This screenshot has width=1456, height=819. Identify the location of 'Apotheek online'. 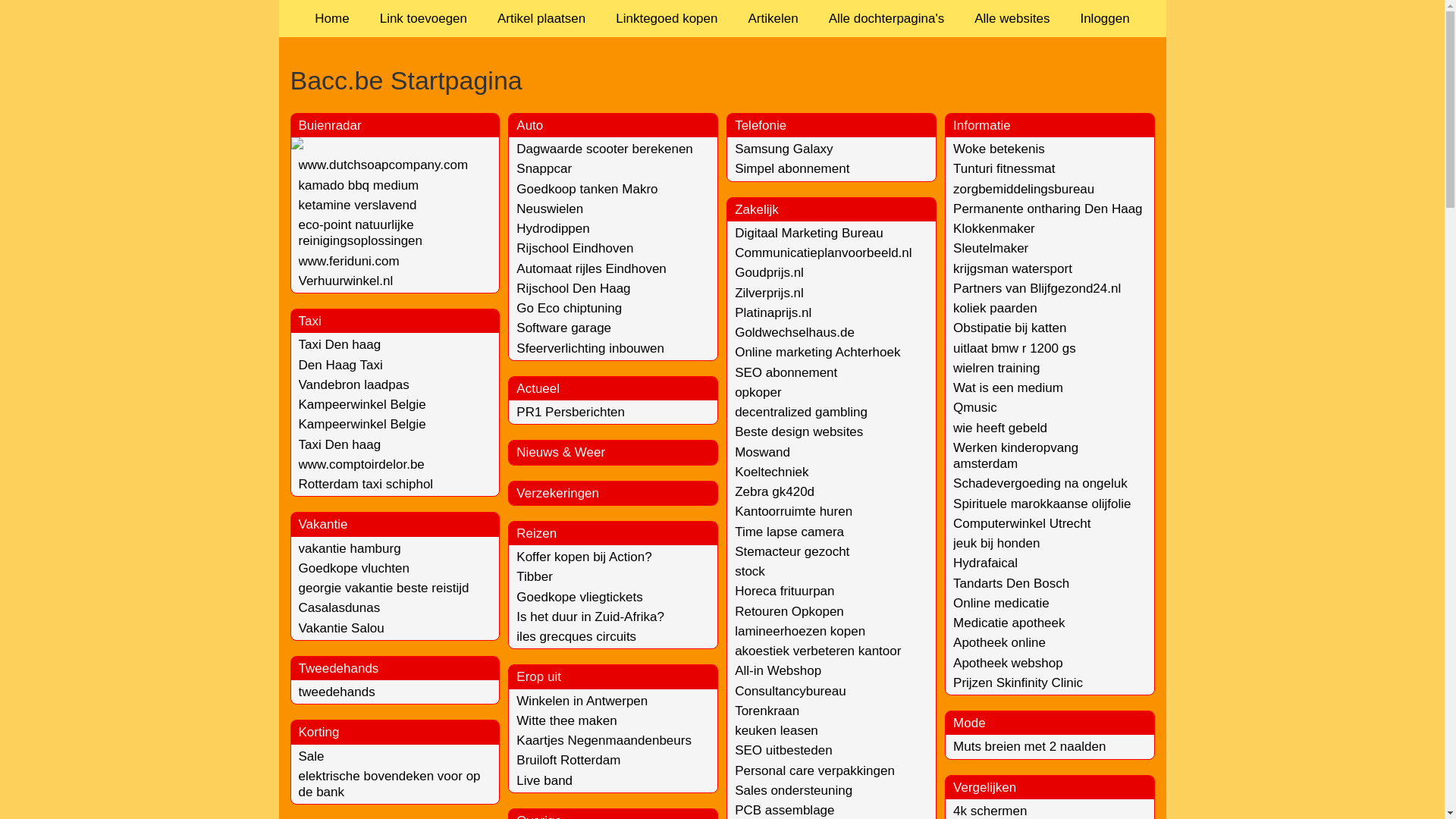
(999, 642).